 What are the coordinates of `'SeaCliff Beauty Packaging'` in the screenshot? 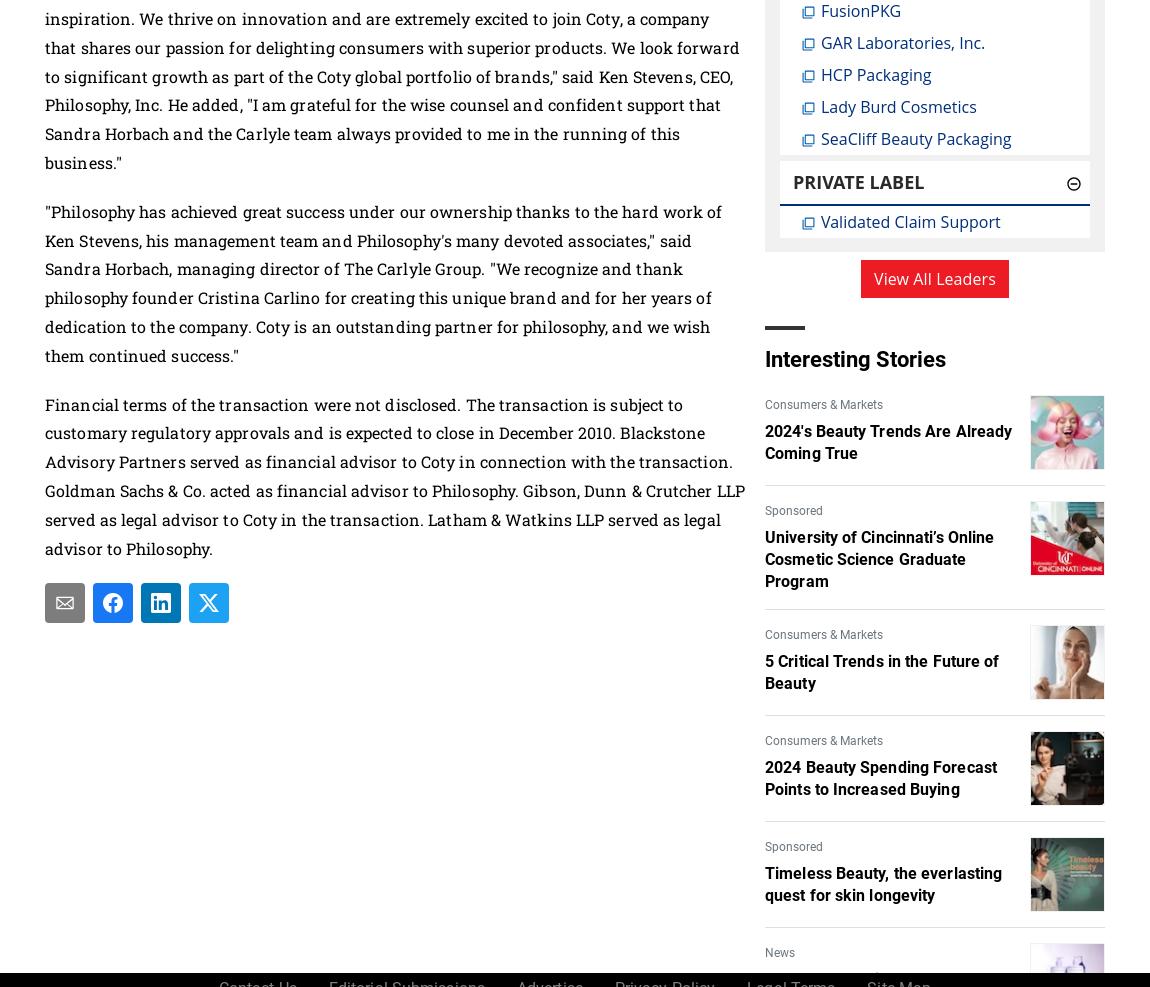 It's located at (819, 138).